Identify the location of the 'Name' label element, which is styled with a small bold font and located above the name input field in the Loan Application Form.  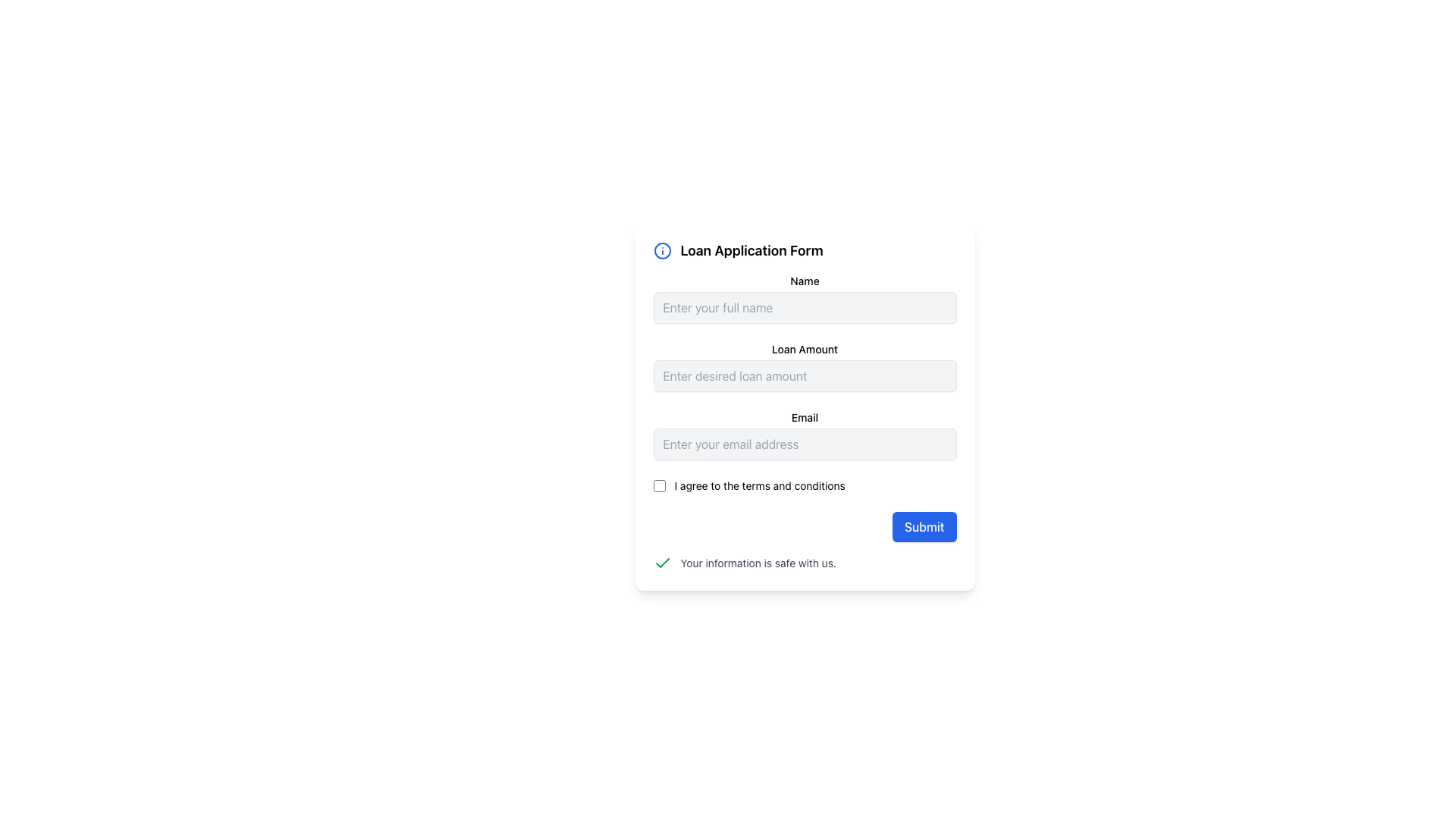
(804, 281).